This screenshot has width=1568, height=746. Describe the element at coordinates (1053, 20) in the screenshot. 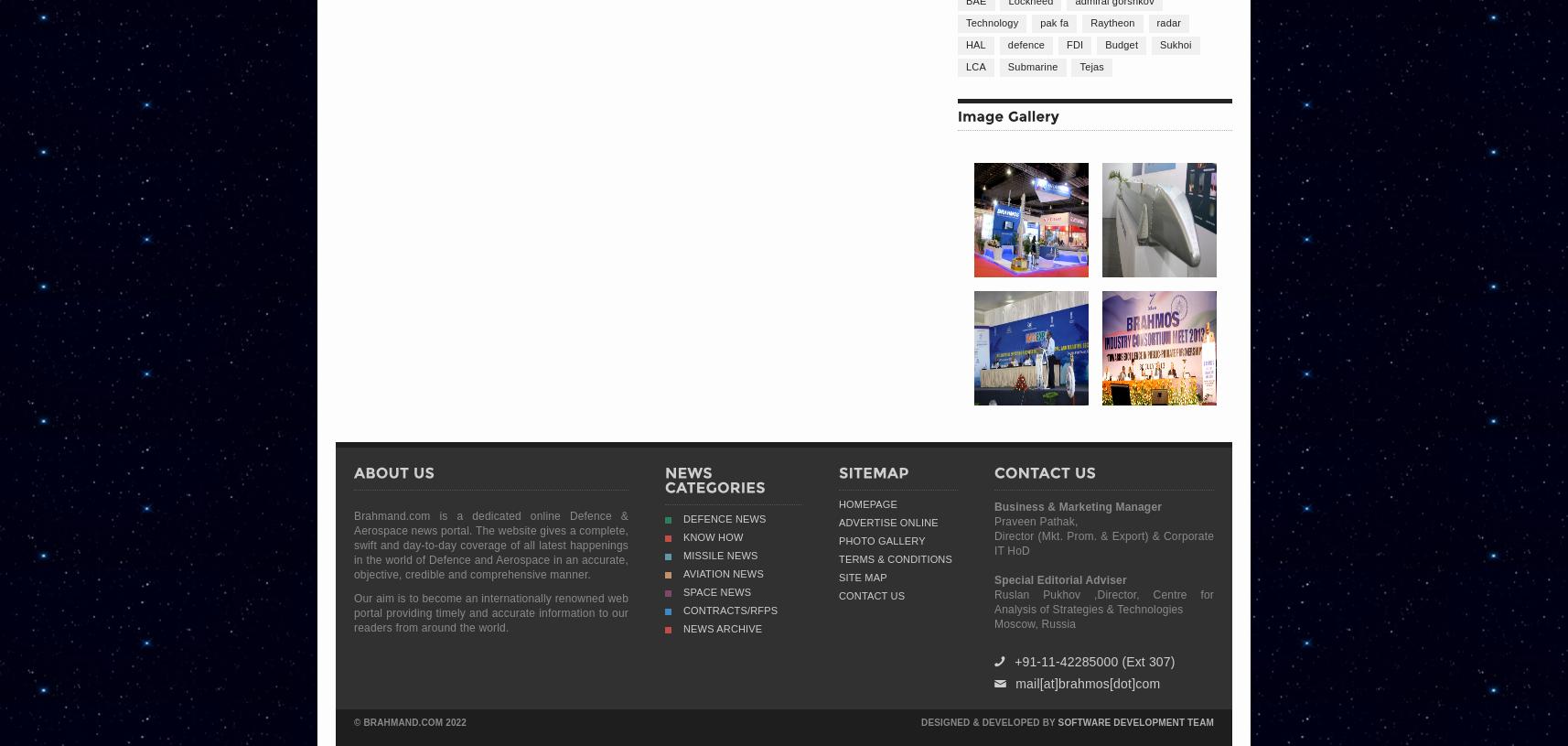

I see `'pak fa'` at that location.